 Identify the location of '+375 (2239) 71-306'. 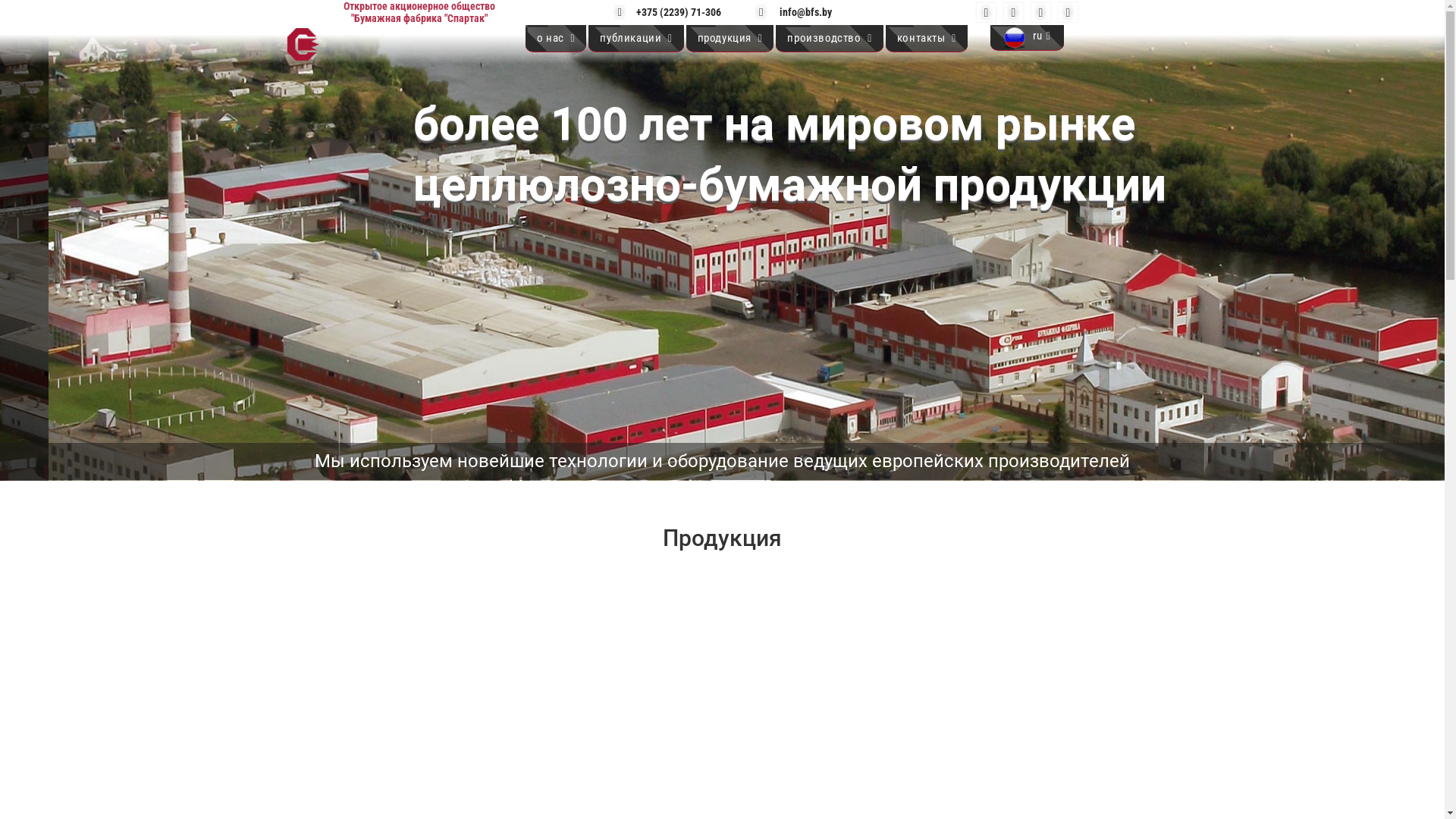
(673, 11).